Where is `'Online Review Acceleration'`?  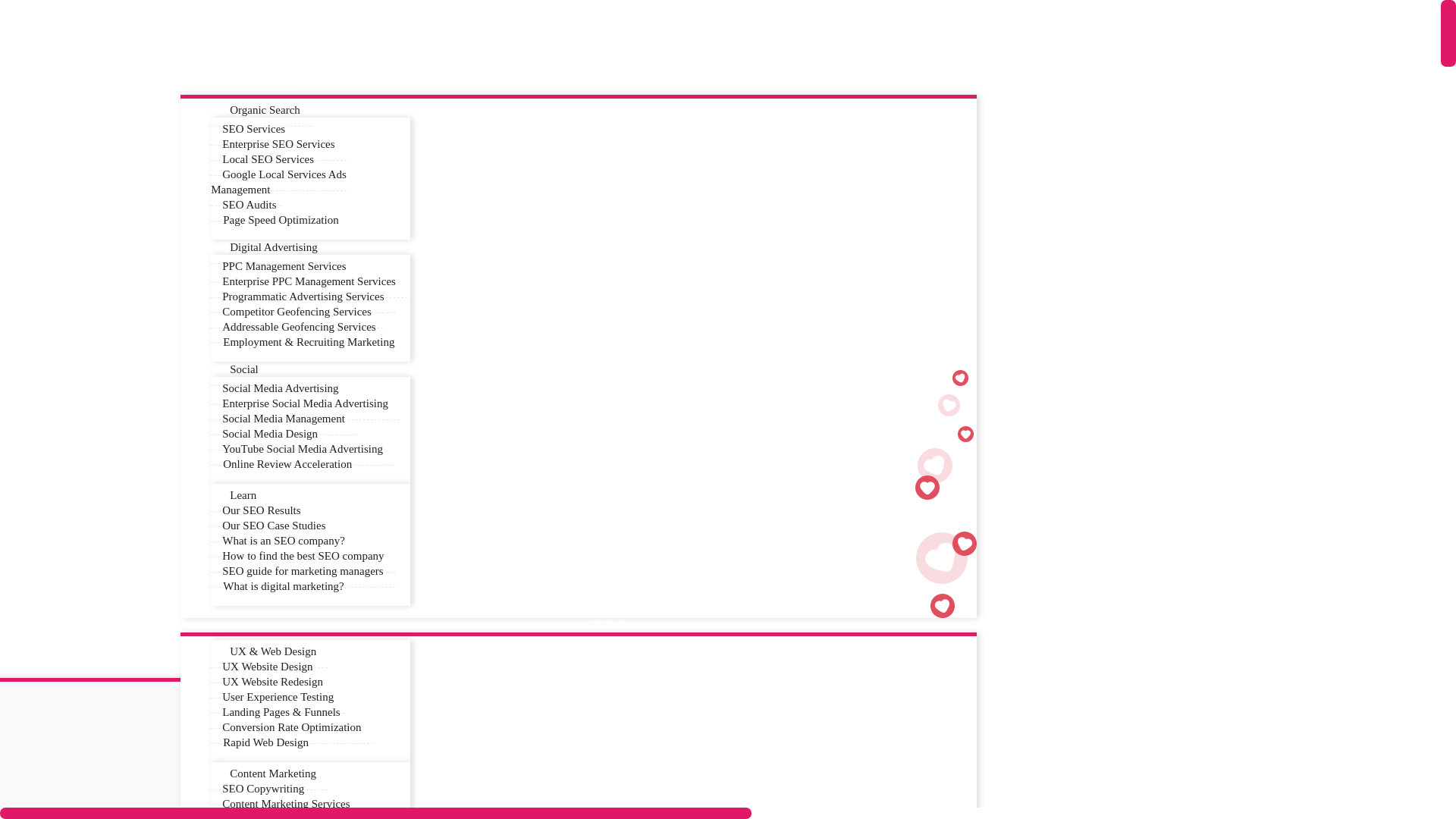
'Online Review Acceleration' is located at coordinates (287, 463).